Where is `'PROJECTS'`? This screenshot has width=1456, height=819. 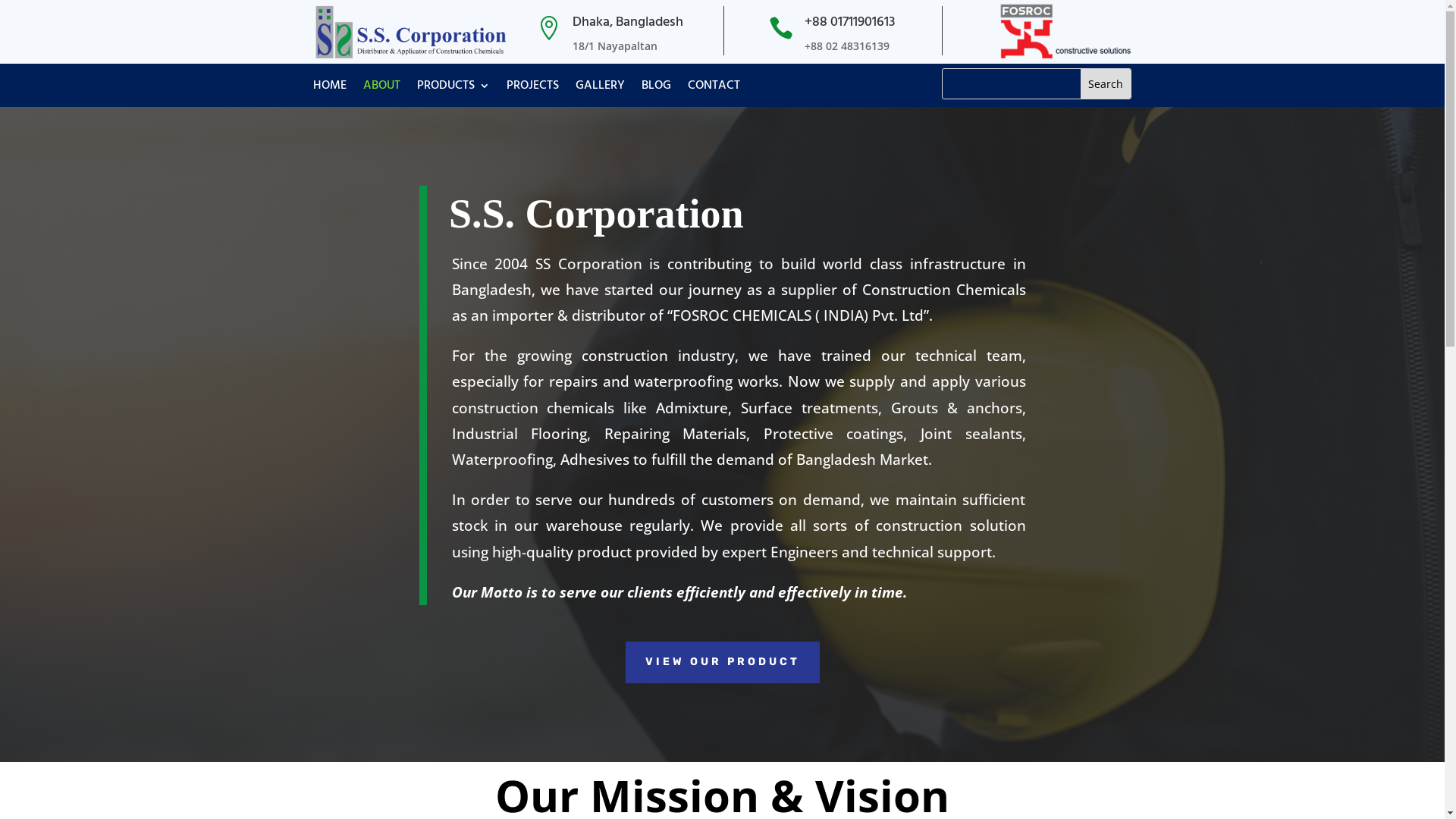 'PROJECTS' is located at coordinates (532, 88).